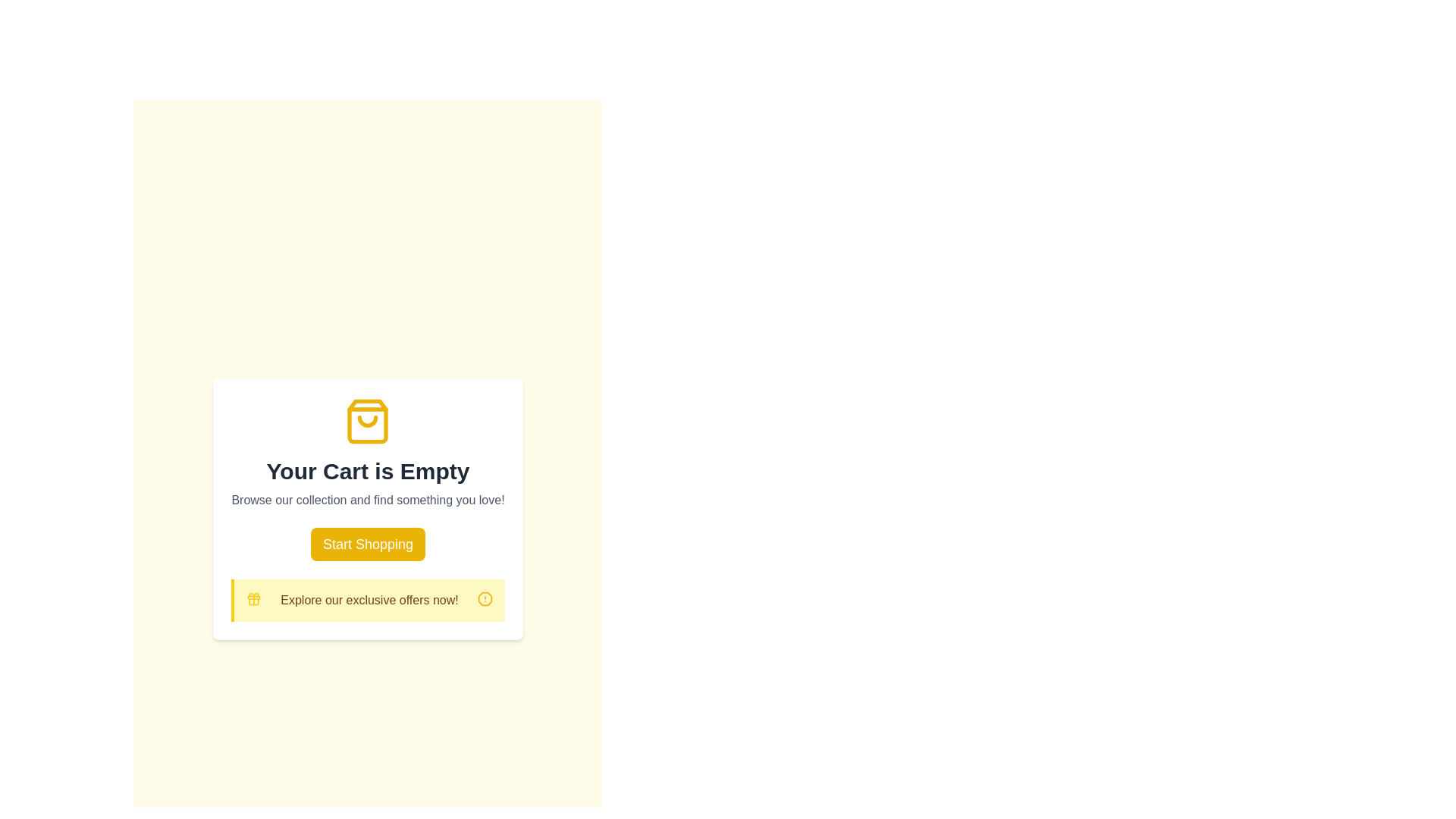 The image size is (1456, 819). Describe the element at coordinates (484, 598) in the screenshot. I see `the yellow octagonal icon with an exclamation mark located at the bottom right of the card that says 'Your Cart is Empty'` at that location.